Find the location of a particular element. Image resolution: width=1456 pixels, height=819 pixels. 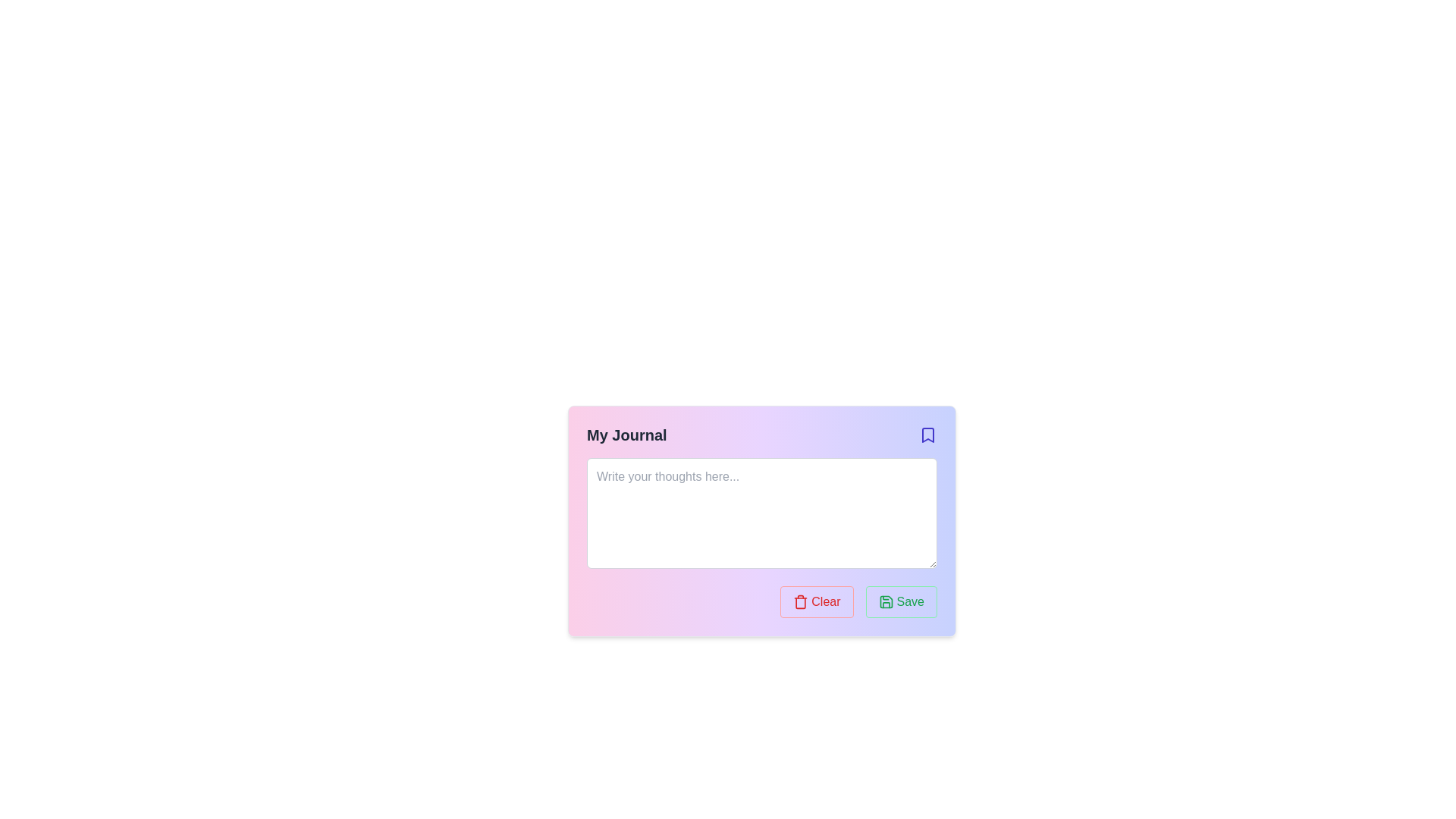

the 'Clear' button located beneath the 'My Journal' text input field is located at coordinates (825, 601).